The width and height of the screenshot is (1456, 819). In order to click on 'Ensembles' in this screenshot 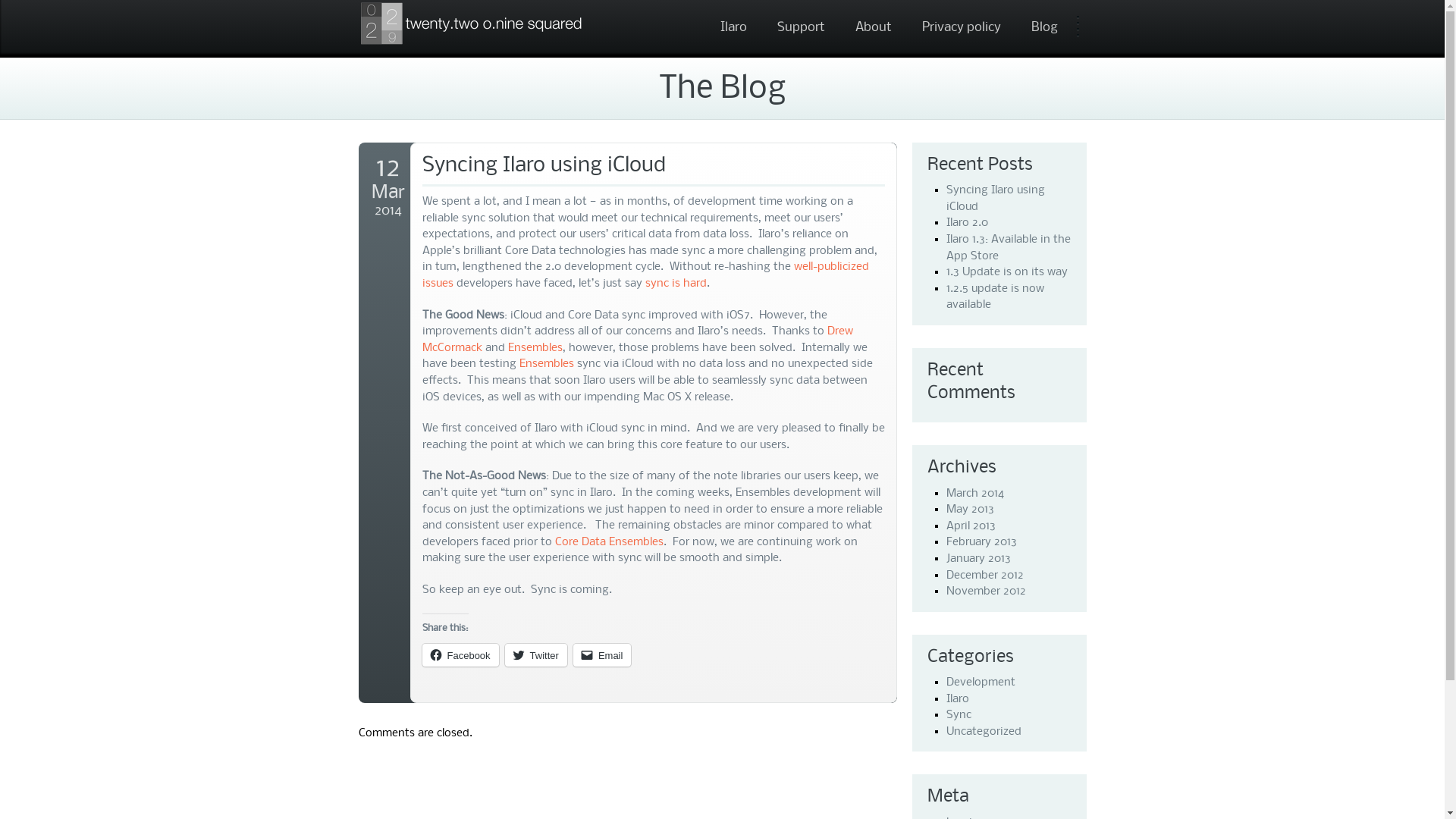, I will do `click(546, 363)`.